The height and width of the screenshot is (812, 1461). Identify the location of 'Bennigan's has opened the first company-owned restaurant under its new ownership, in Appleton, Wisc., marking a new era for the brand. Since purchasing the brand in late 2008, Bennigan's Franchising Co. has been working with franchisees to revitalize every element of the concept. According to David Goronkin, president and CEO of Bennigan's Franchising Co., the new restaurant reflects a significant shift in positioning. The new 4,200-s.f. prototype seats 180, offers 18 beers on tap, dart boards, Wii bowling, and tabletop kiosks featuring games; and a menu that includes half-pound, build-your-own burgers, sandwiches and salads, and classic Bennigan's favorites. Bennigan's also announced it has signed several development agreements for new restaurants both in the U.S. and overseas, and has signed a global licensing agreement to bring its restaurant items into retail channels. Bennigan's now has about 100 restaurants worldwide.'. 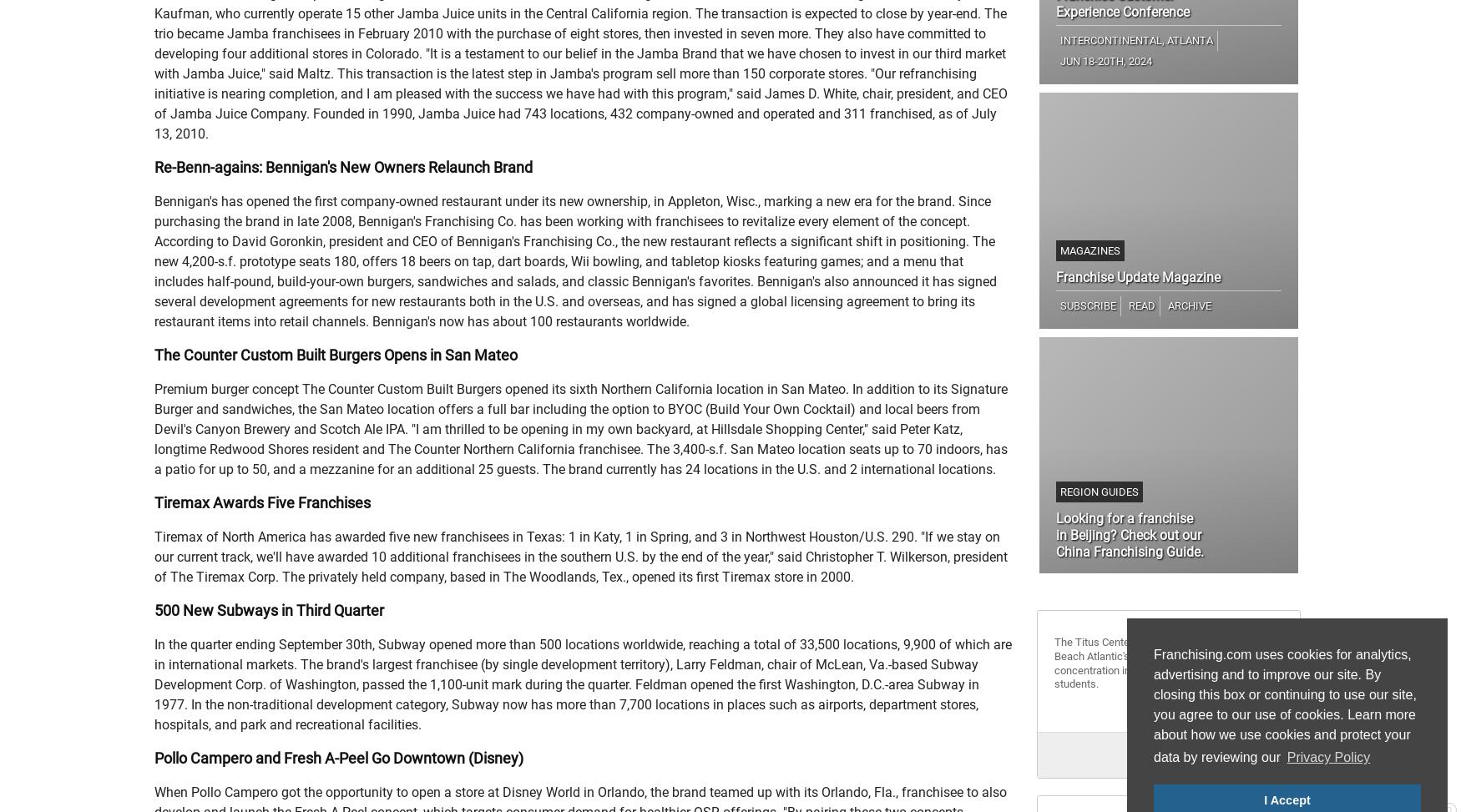
(575, 261).